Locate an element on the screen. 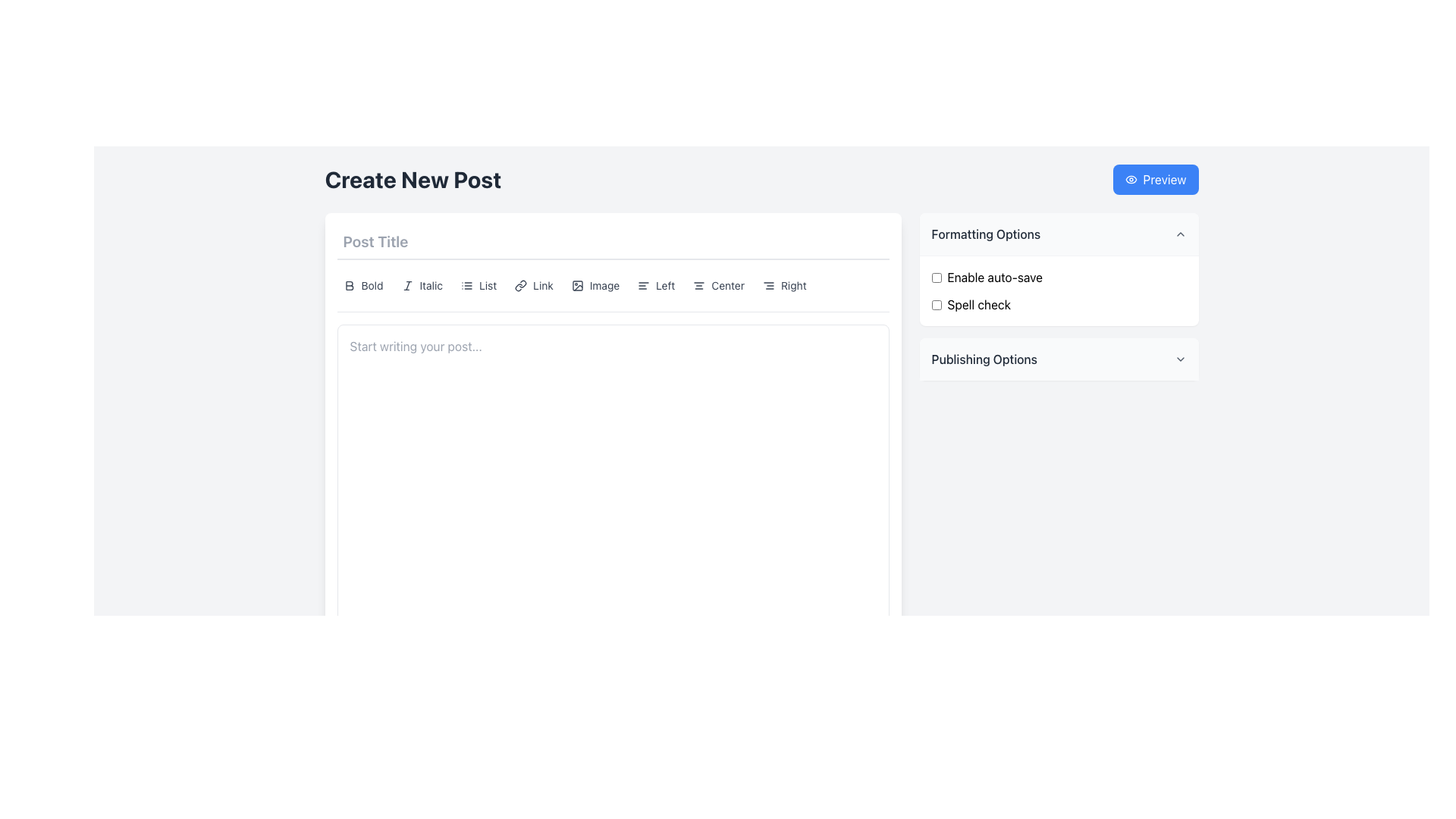  the right text alignment label in the formatting options of the post editor, located at the top section of the interface is located at coordinates (792, 286).